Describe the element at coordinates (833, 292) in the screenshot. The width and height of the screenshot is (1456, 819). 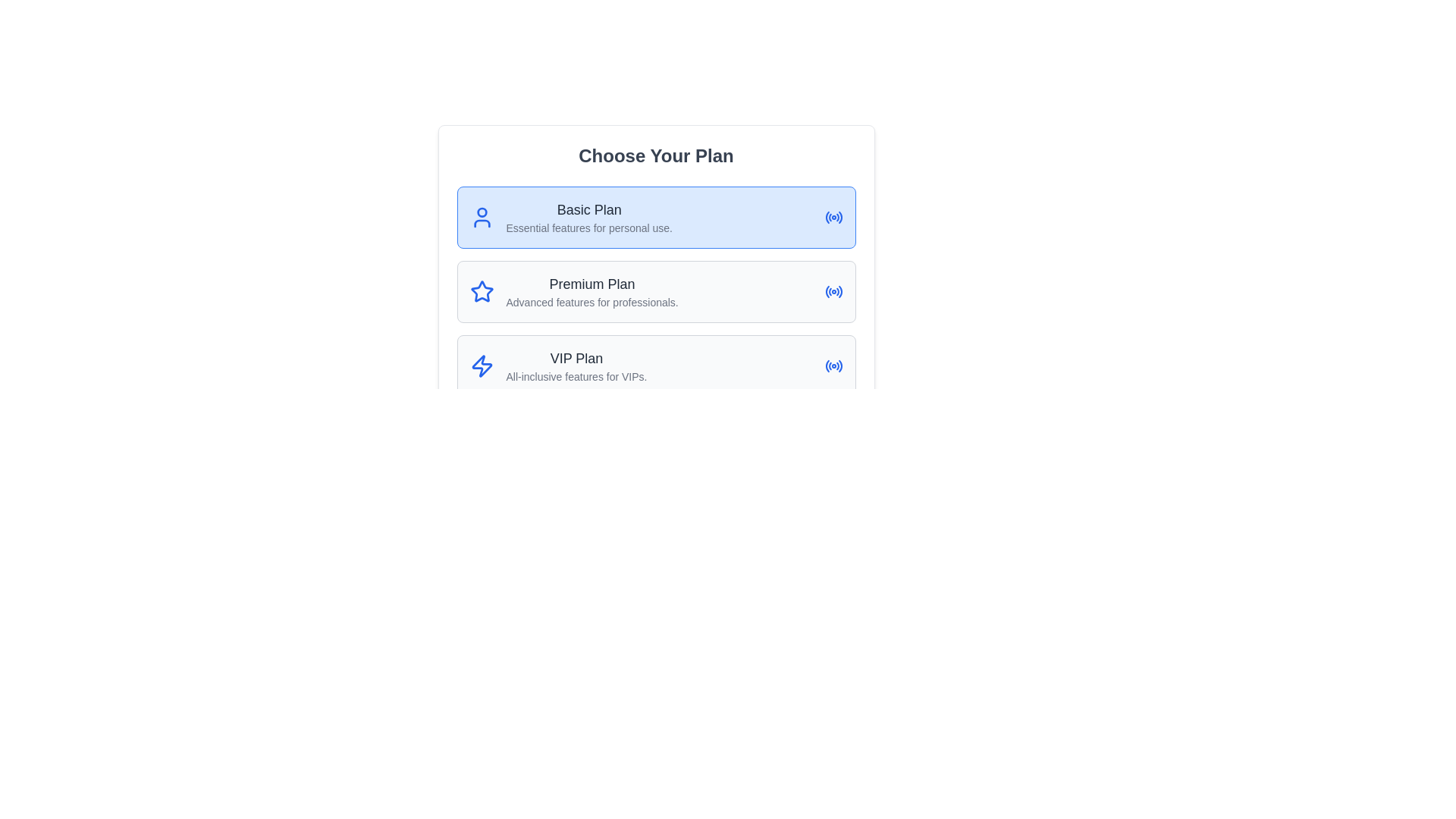
I see `the active blue circular radio button icon located in the upper-right corner of the 'Premium Plan' option box` at that location.